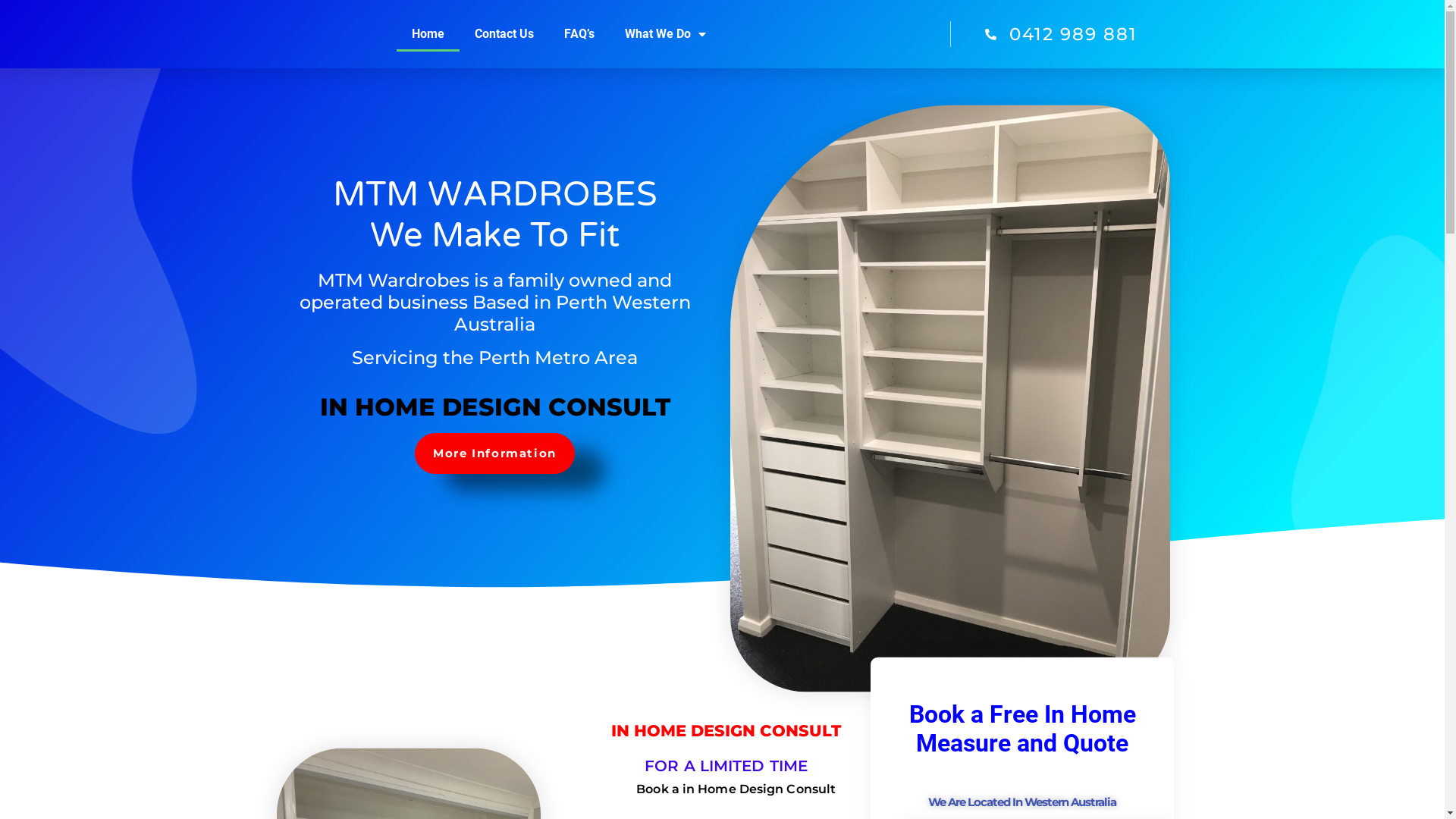 This screenshot has height=819, width=1456. I want to click on 'Contact Us', so click(458, 34).